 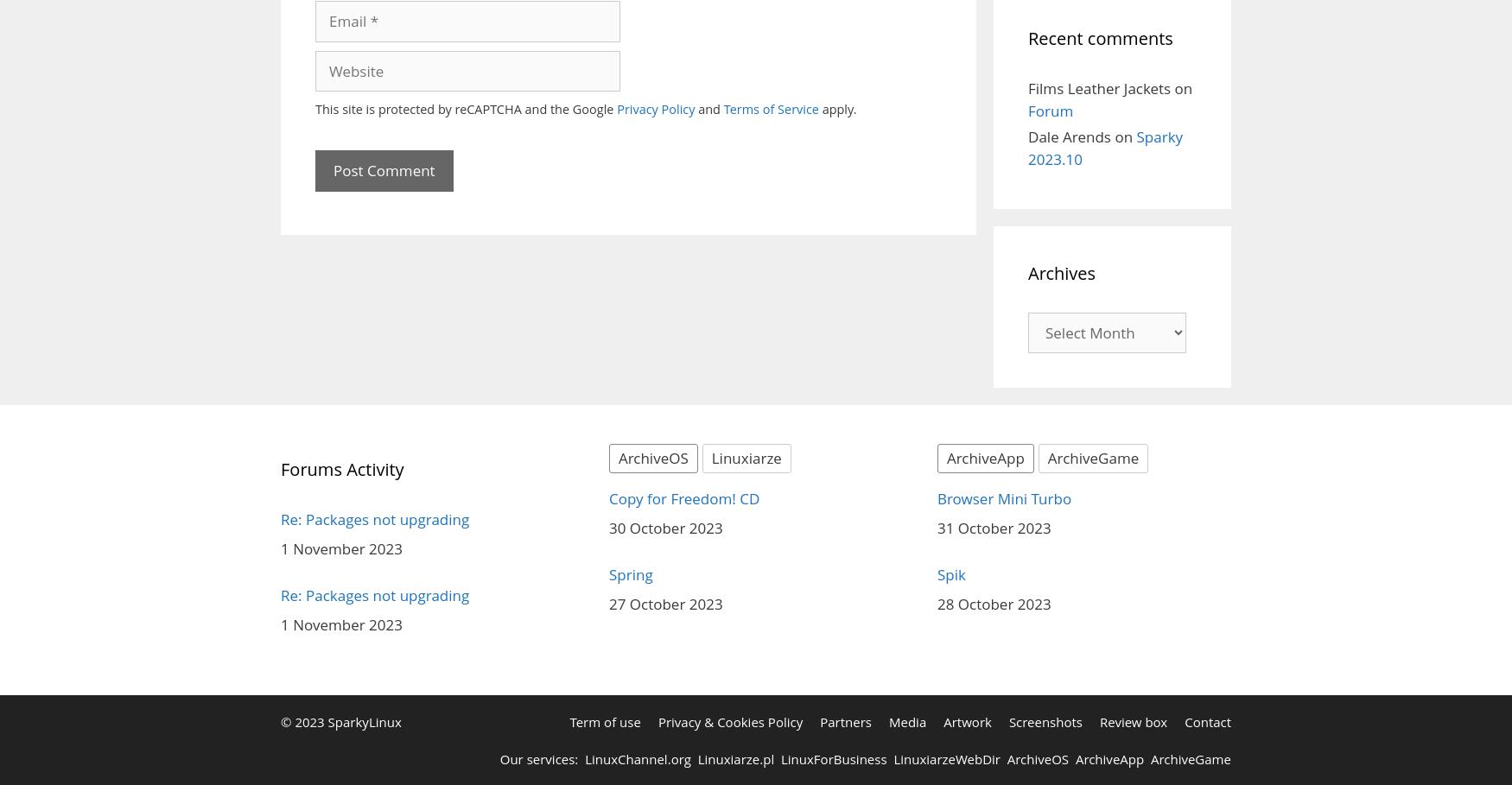 I want to click on 'This site is protected by reCAPTCHA and the Google', so click(x=465, y=109).